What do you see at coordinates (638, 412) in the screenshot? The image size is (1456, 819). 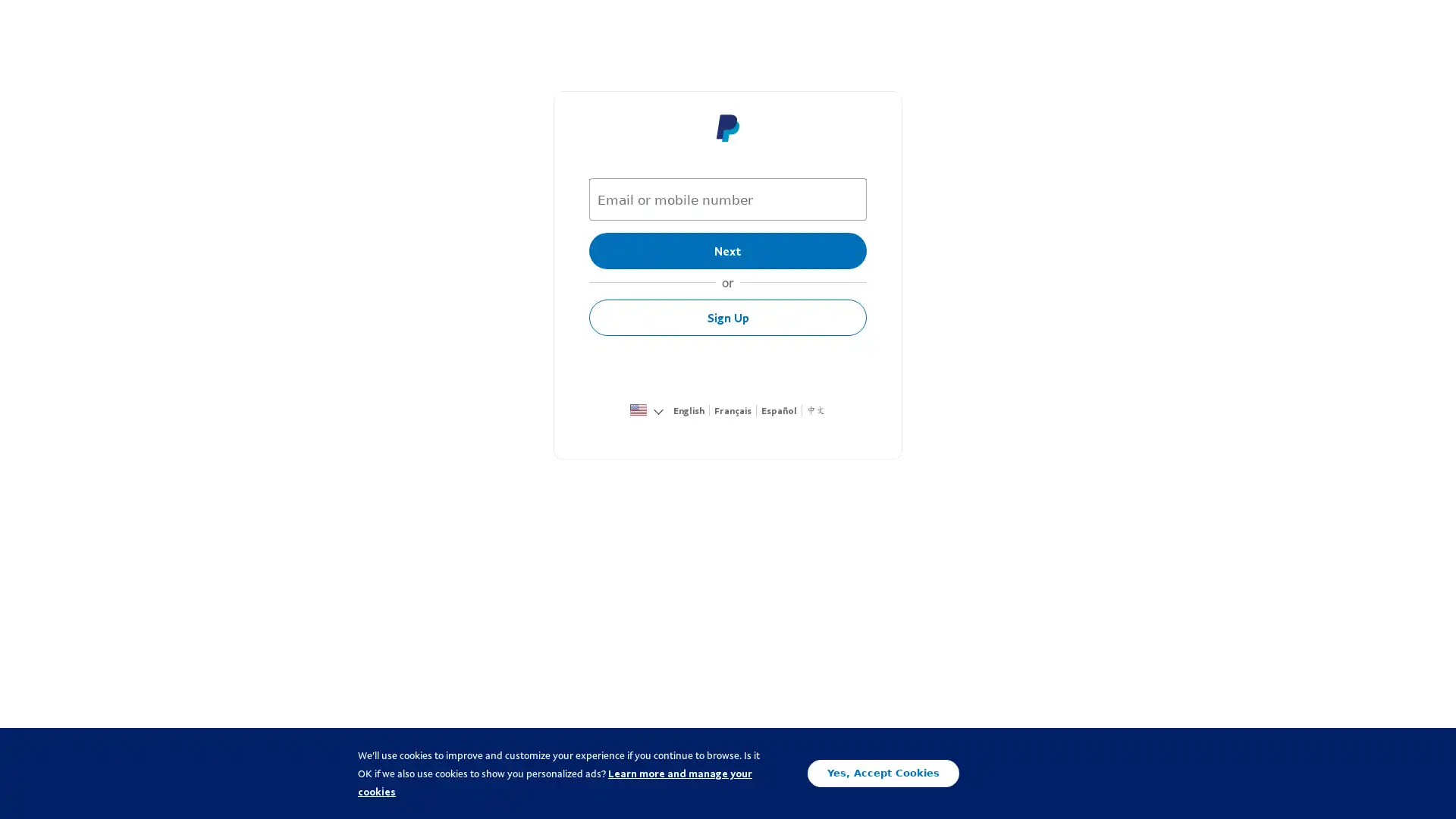 I see `United States` at bounding box center [638, 412].